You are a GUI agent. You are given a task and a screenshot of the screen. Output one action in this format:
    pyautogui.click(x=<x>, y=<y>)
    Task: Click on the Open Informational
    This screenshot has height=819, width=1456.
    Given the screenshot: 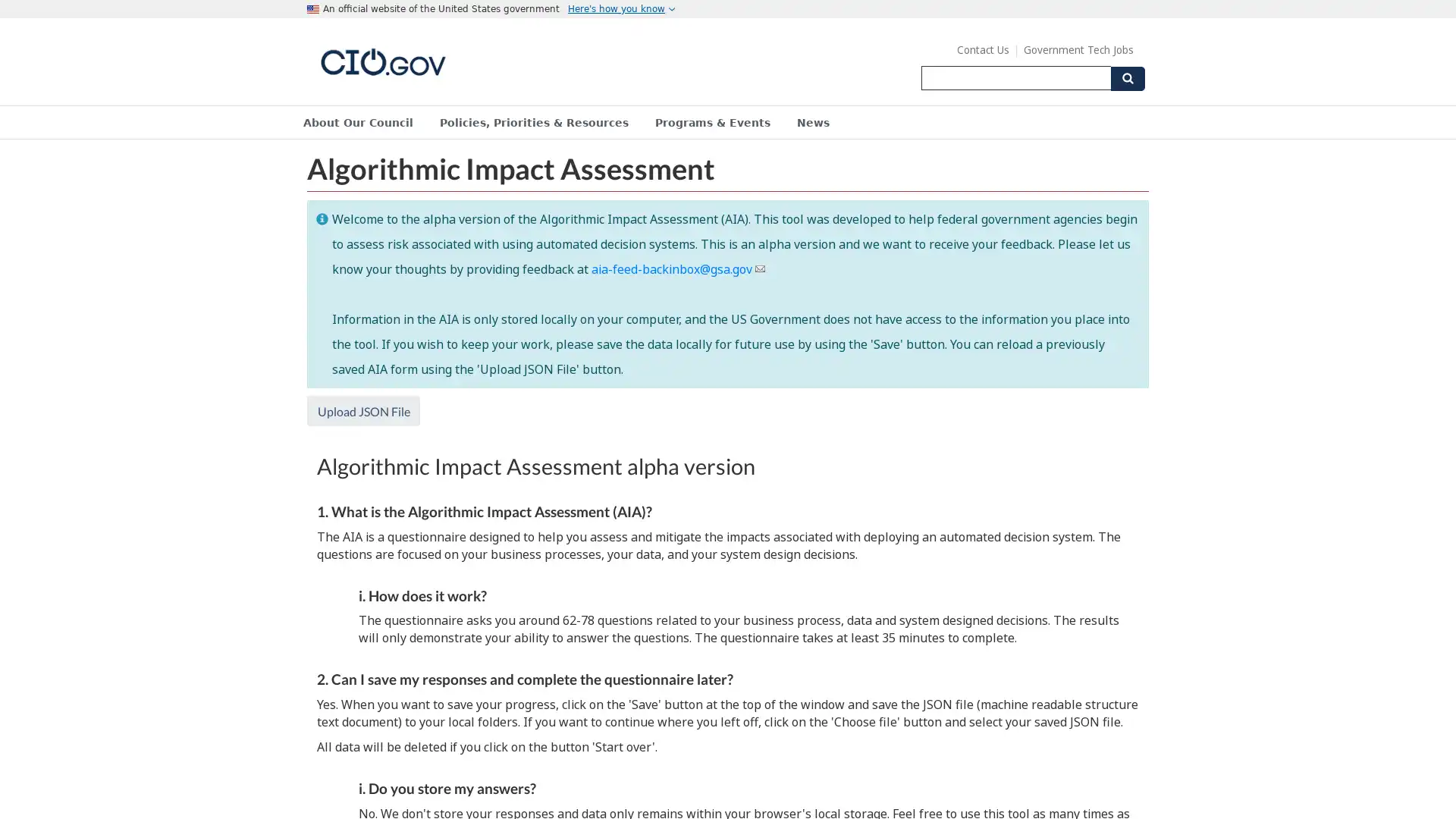 What is the action you would take?
    pyautogui.click(x=670, y=8)
    